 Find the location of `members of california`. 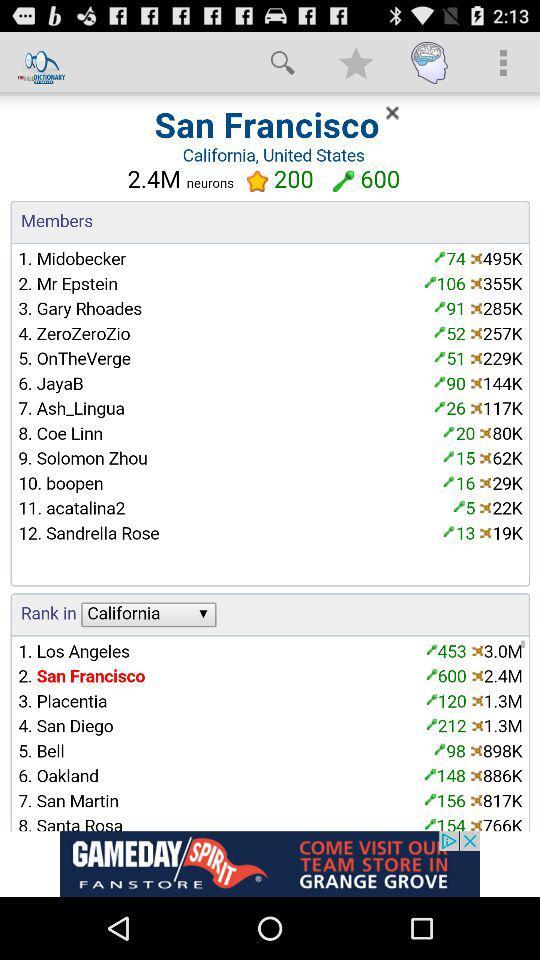

members of california is located at coordinates (270, 462).